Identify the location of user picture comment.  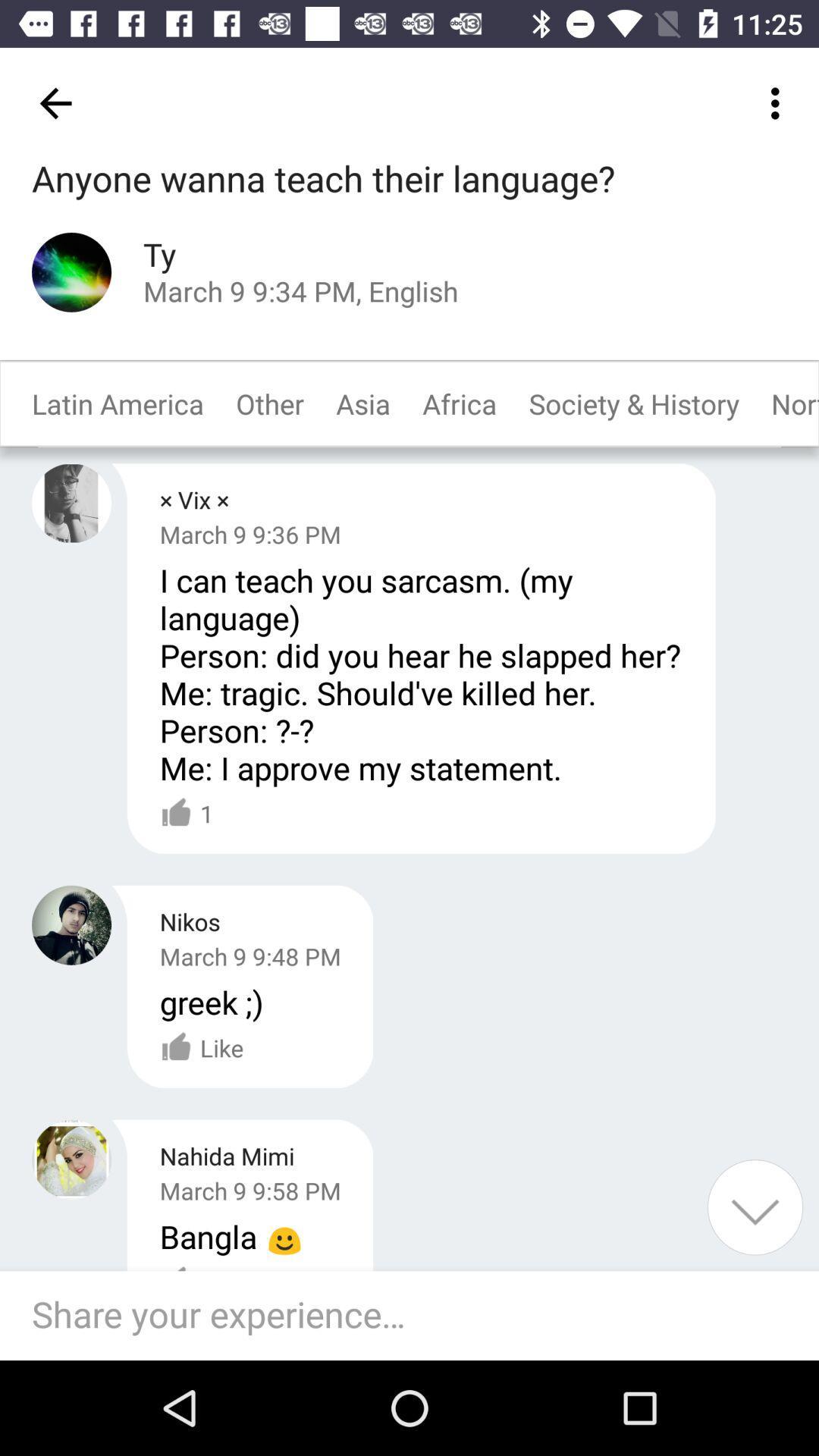
(71, 503).